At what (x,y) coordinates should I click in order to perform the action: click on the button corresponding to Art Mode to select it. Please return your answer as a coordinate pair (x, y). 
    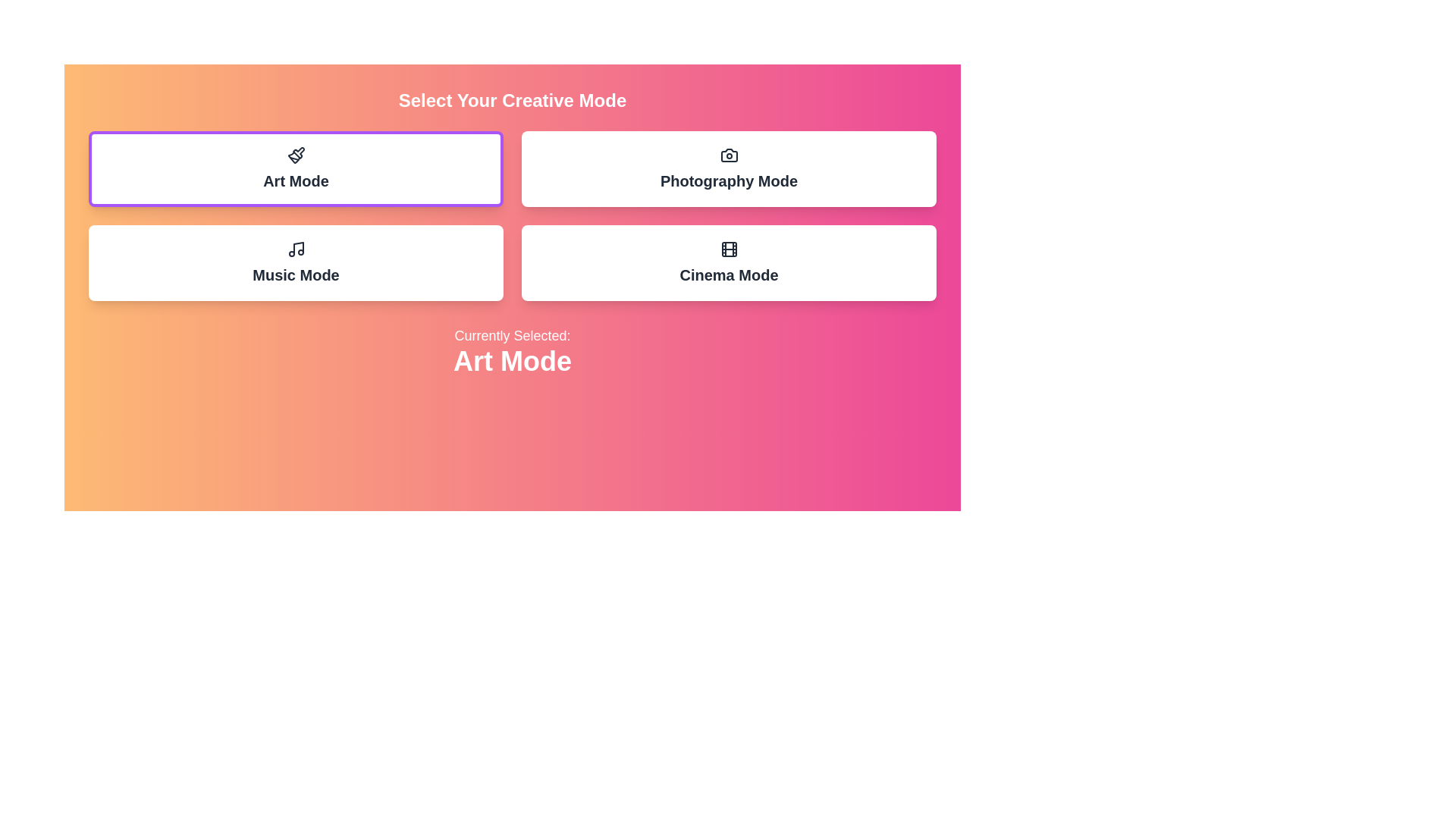
    Looking at the image, I should click on (296, 169).